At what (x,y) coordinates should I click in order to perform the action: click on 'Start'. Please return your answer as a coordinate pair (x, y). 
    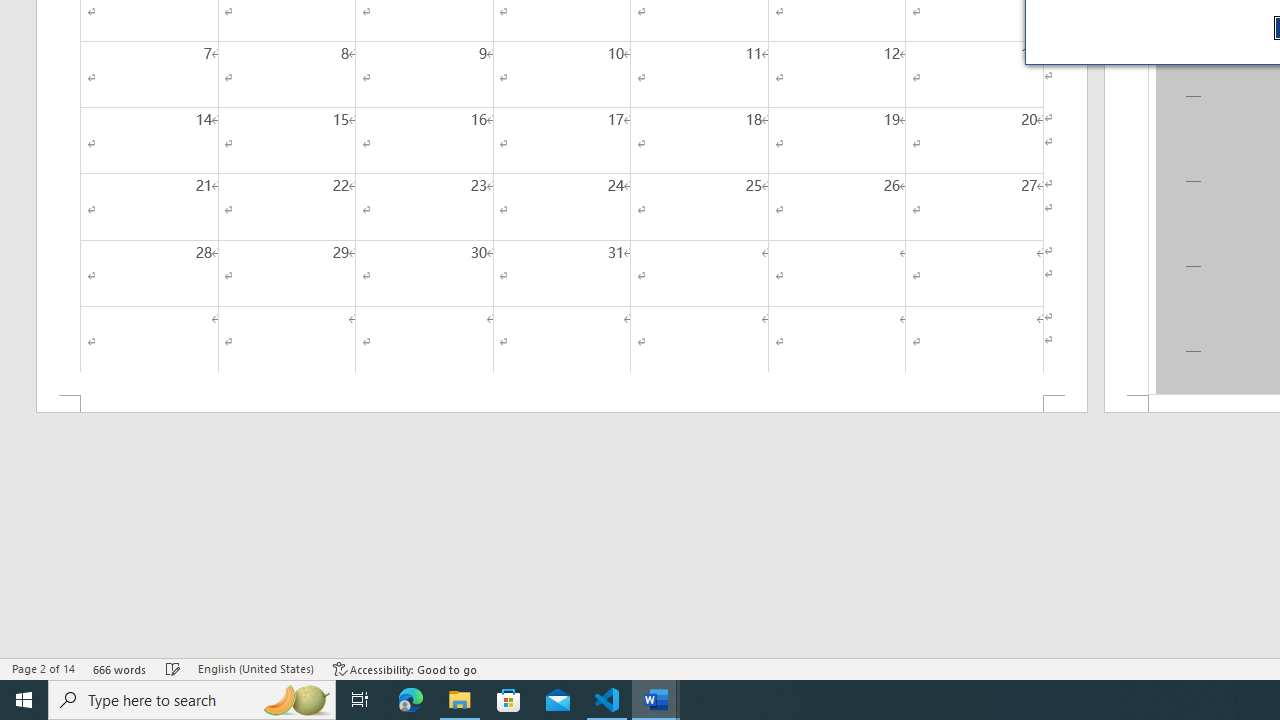
    Looking at the image, I should click on (24, 698).